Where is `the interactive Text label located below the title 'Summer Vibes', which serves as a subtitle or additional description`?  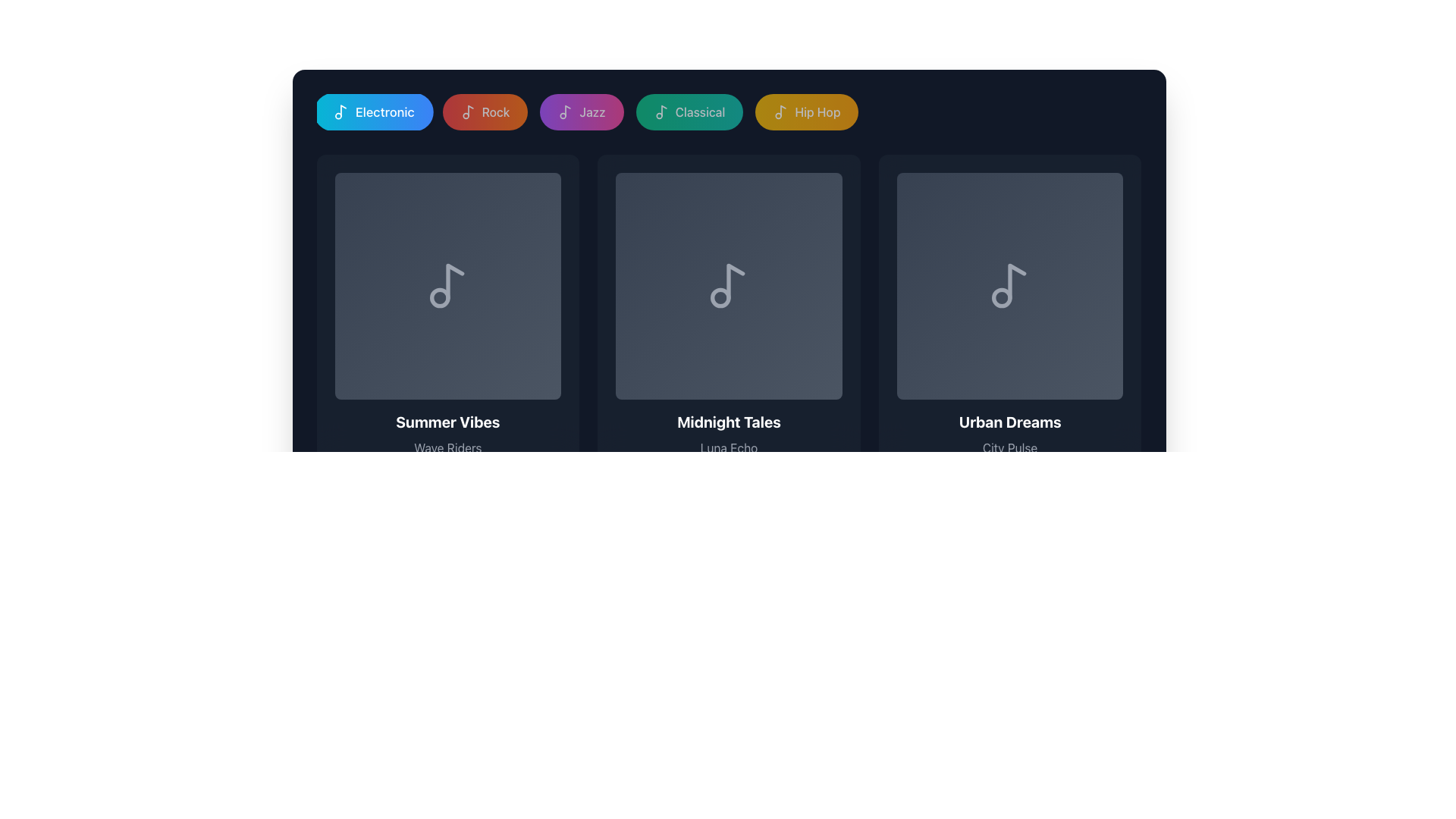
the interactive Text label located below the title 'Summer Vibes', which serves as a subtitle or additional description is located at coordinates (447, 447).